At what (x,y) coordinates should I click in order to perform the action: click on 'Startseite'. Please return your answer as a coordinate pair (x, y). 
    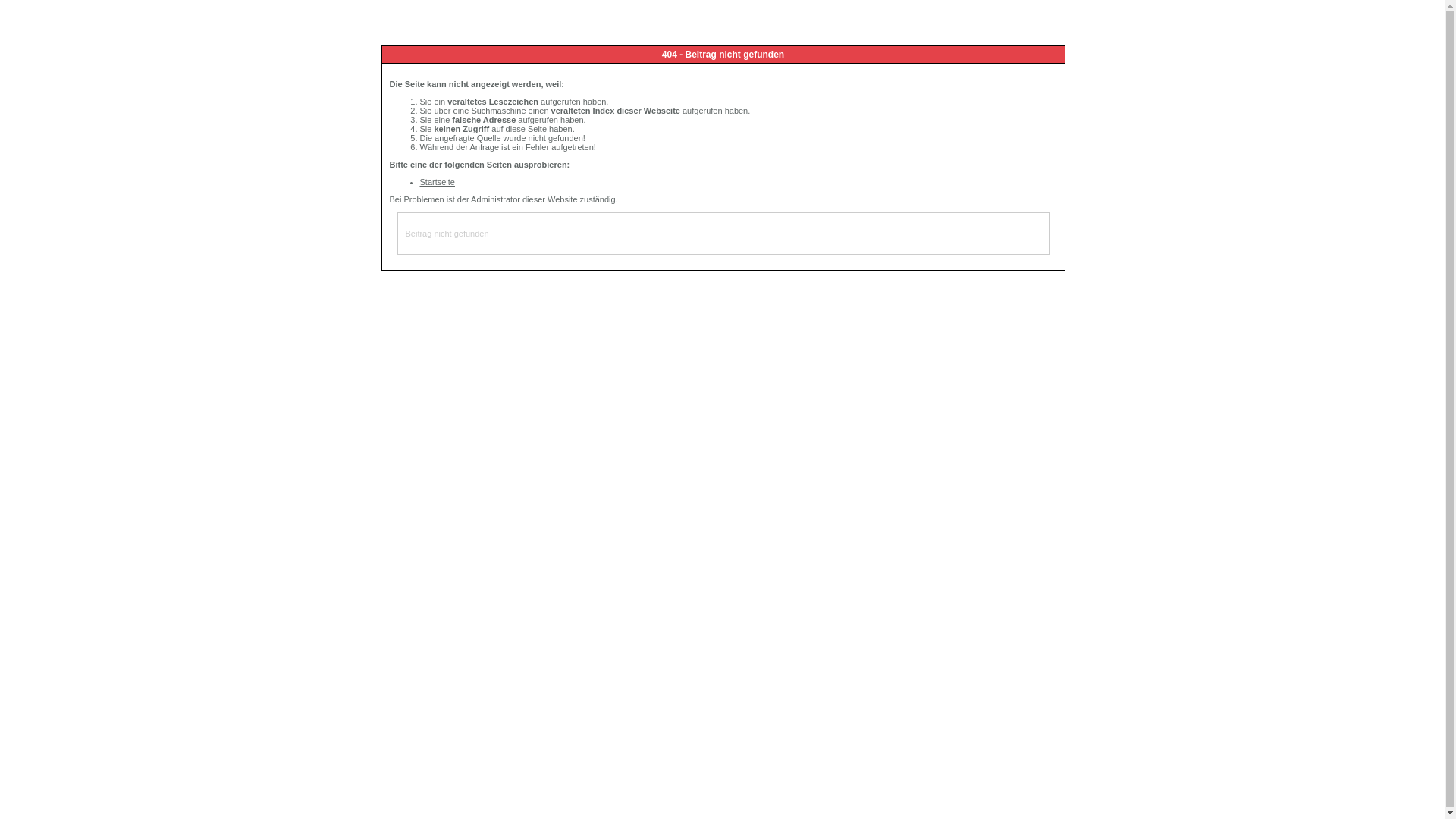
    Looking at the image, I should click on (436, 180).